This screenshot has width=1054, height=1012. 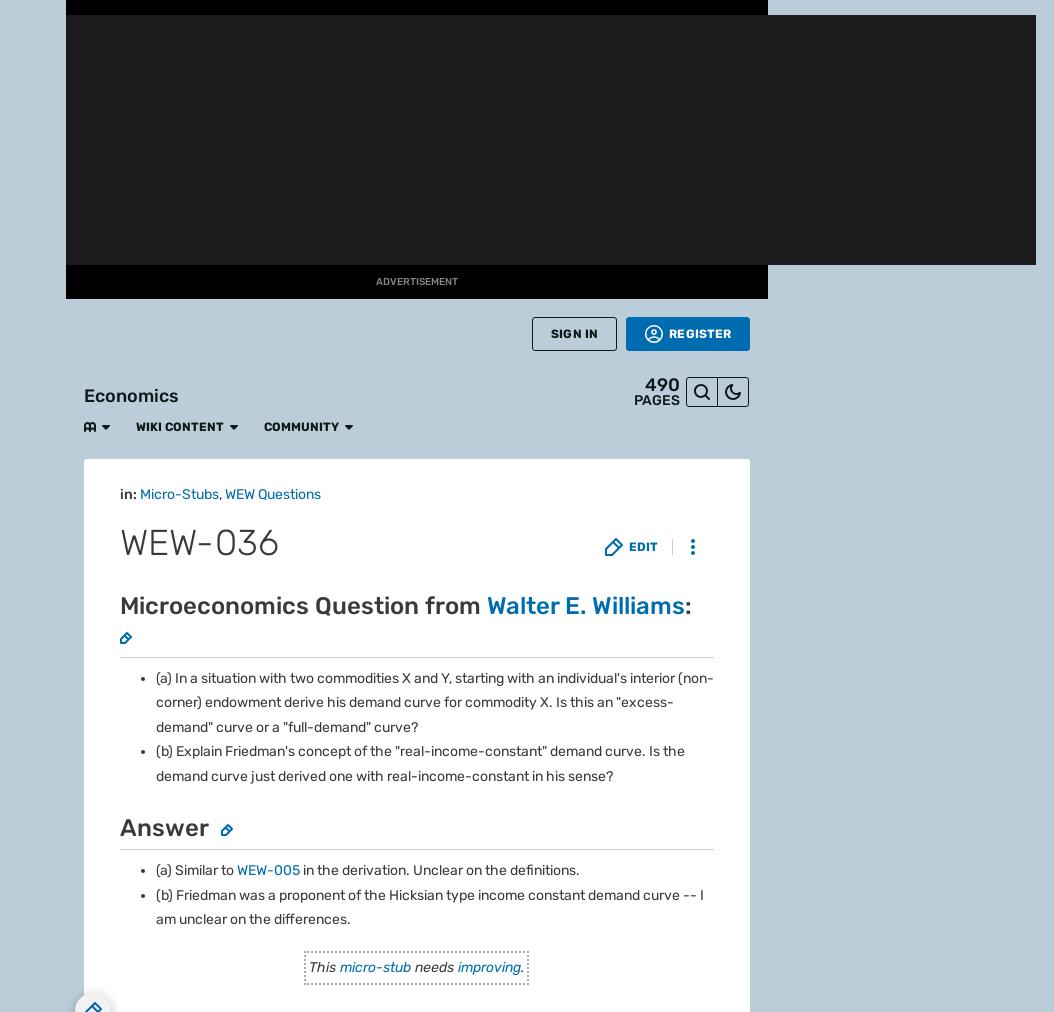 I want to click on 'Explore properties', so click(x=151, y=279).